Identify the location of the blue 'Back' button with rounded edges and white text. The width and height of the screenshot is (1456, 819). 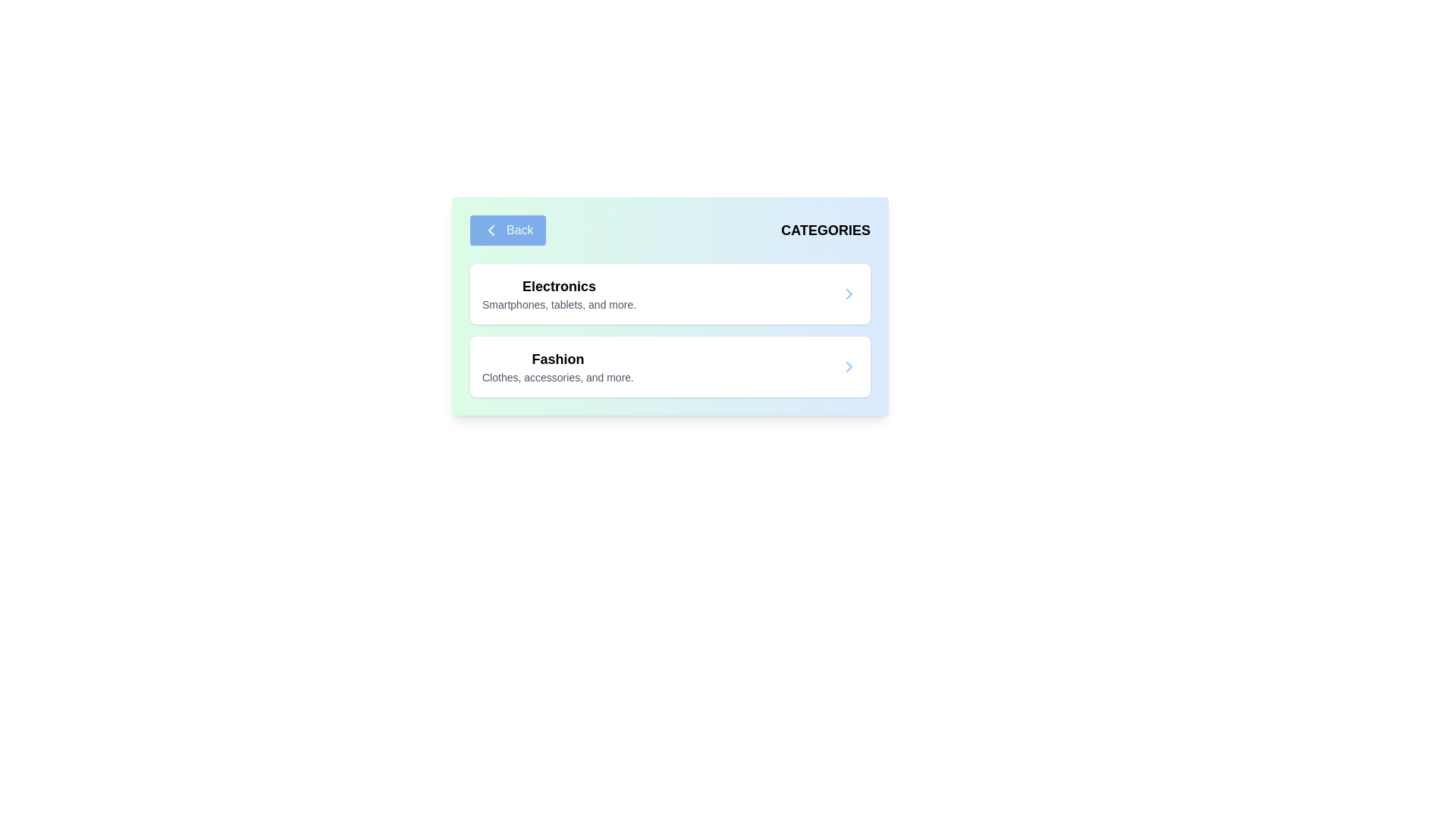
(507, 231).